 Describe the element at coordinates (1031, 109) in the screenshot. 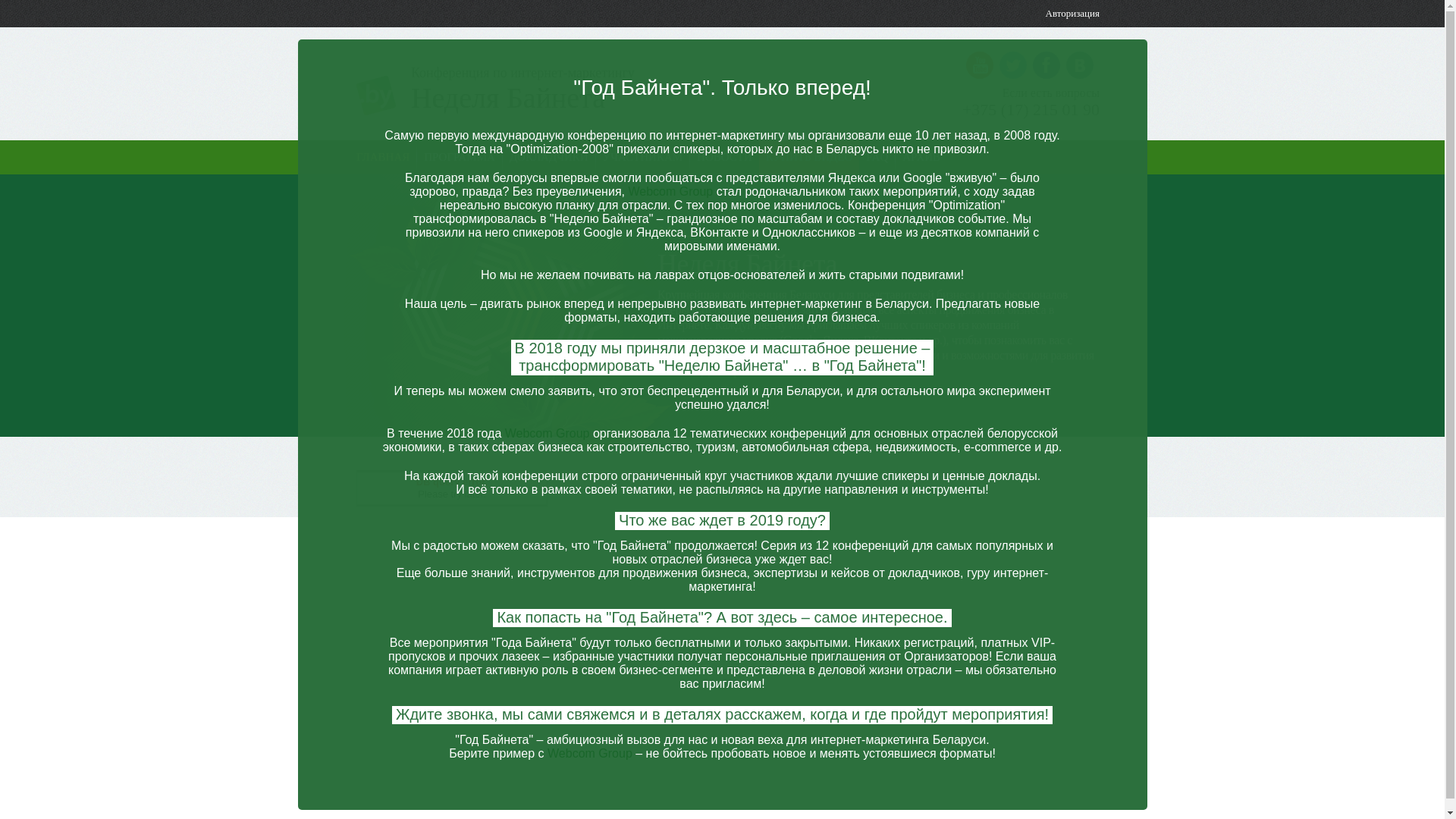

I see `'+375 (17) 215 01 90'` at that location.